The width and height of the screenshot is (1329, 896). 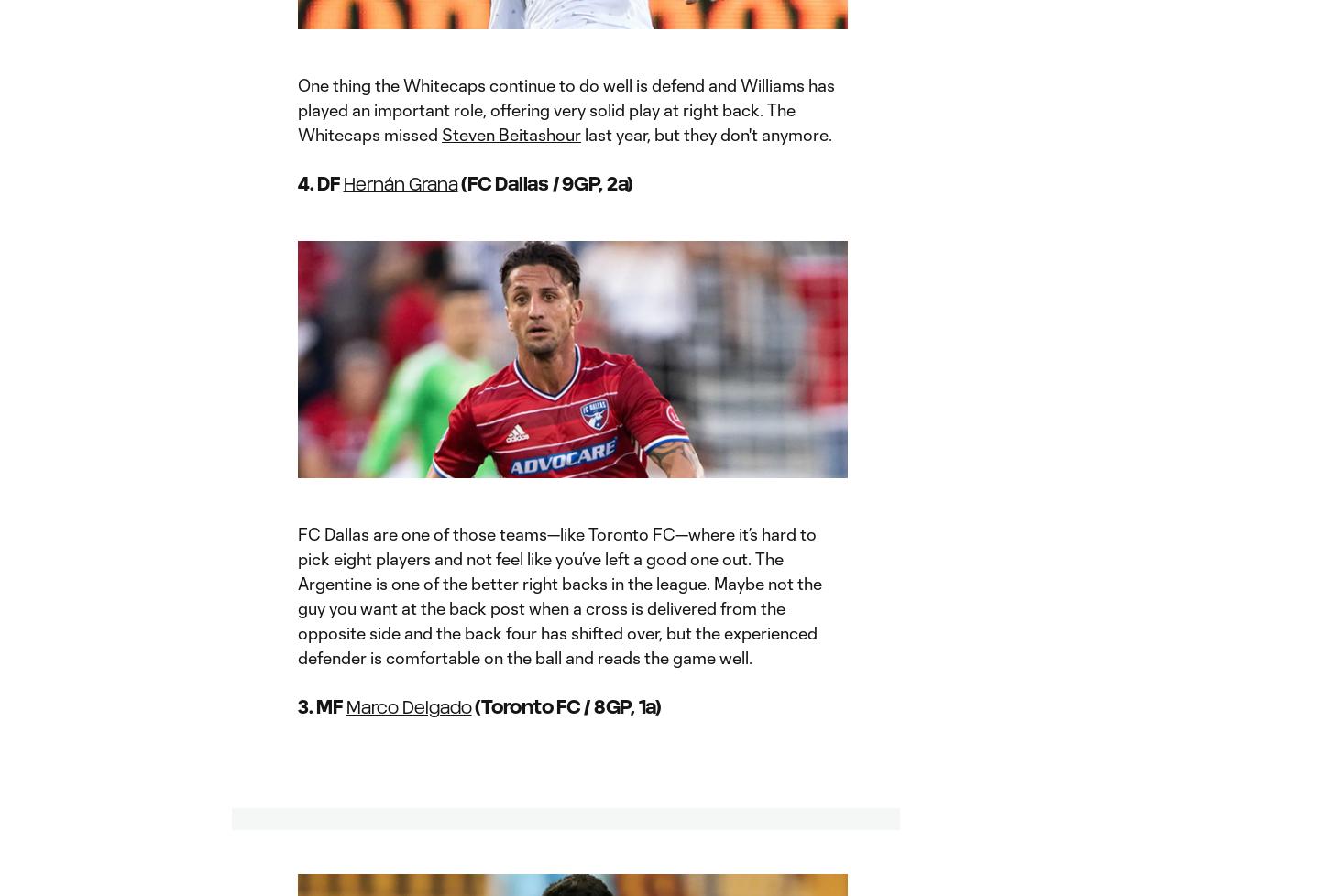 I want to click on '4. DF', so click(x=320, y=182).